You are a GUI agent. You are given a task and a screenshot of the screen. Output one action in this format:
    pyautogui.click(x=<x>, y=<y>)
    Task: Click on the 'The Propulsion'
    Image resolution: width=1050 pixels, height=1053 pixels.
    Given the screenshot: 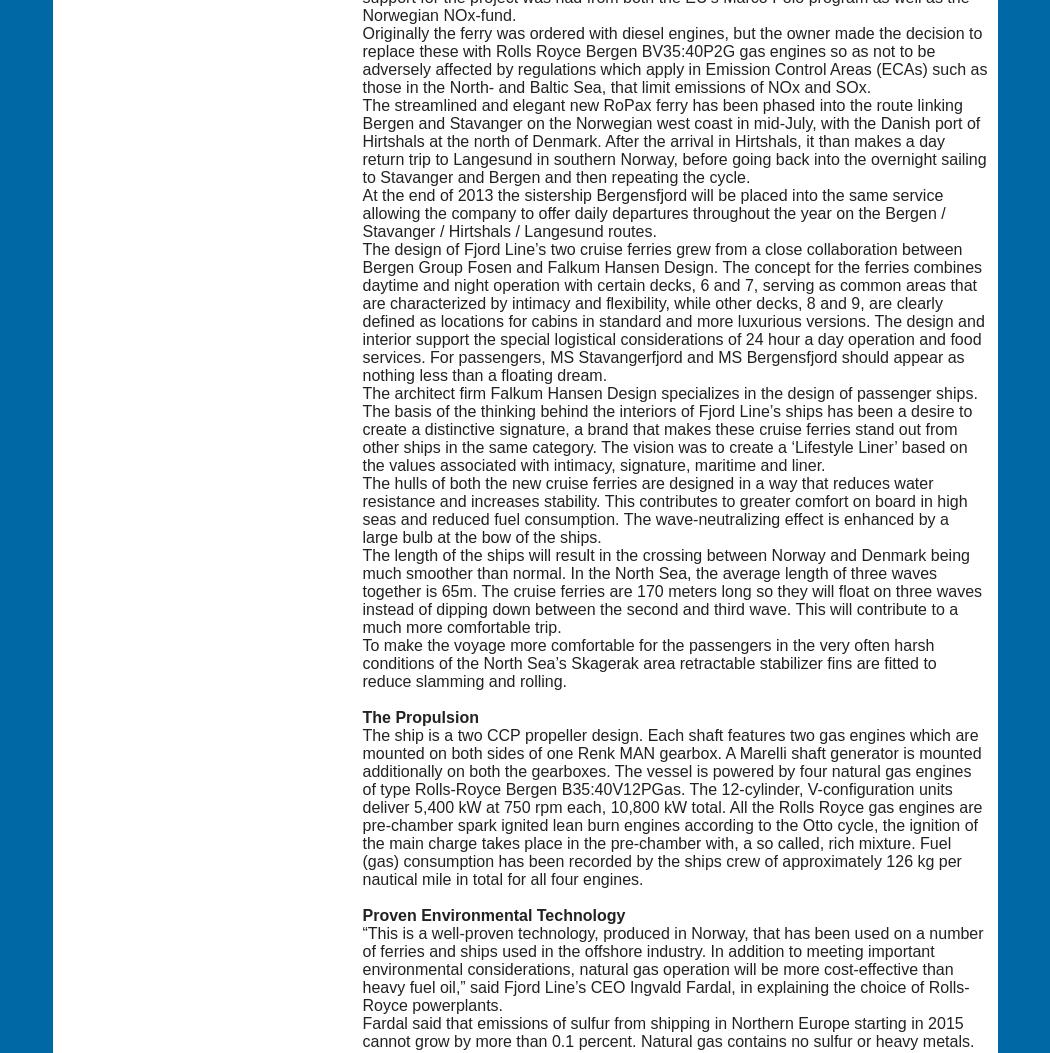 What is the action you would take?
    pyautogui.click(x=419, y=716)
    